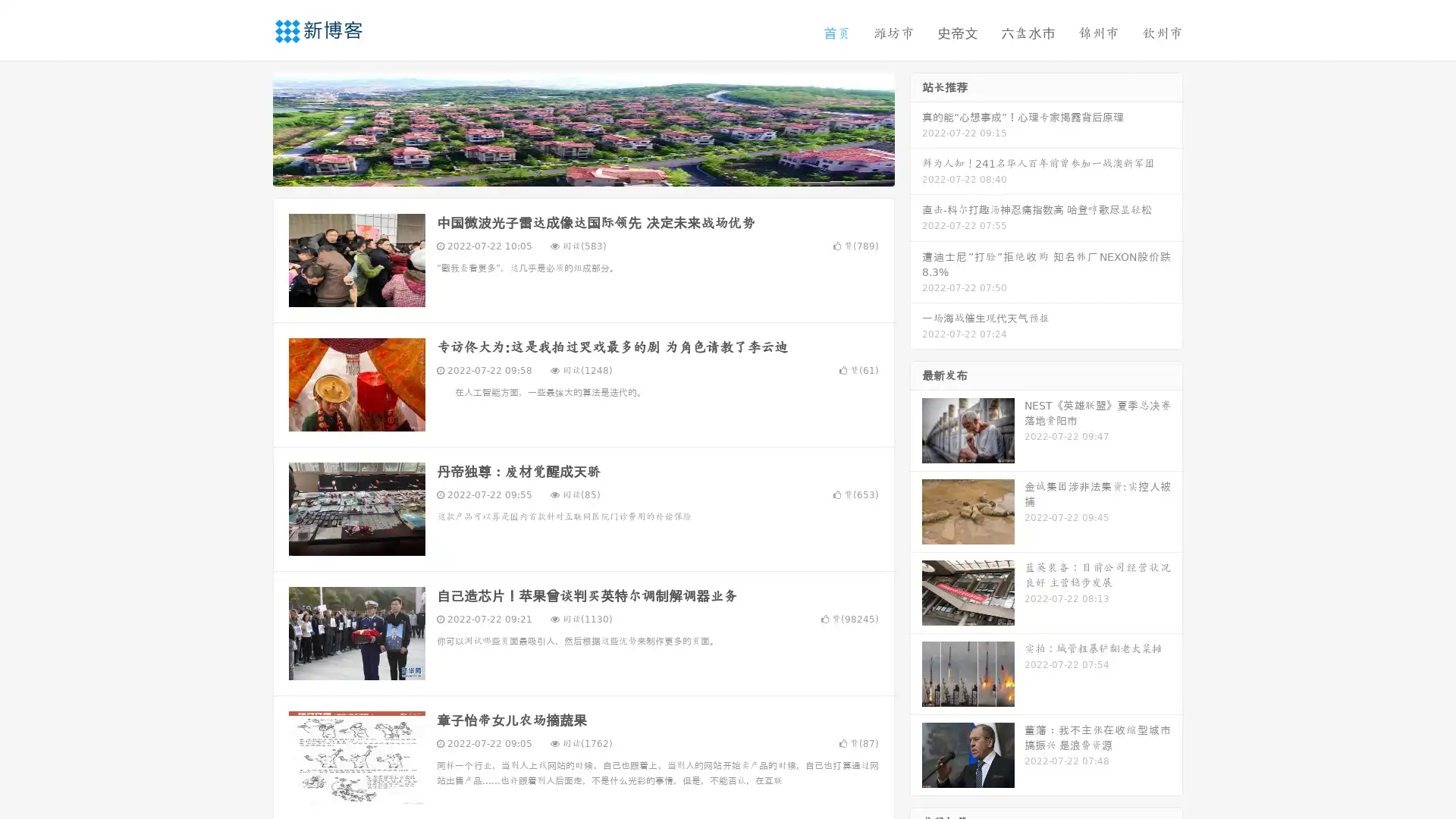 The image size is (1456, 819). Describe the element at coordinates (598, 171) in the screenshot. I see `Go to slide 3` at that location.